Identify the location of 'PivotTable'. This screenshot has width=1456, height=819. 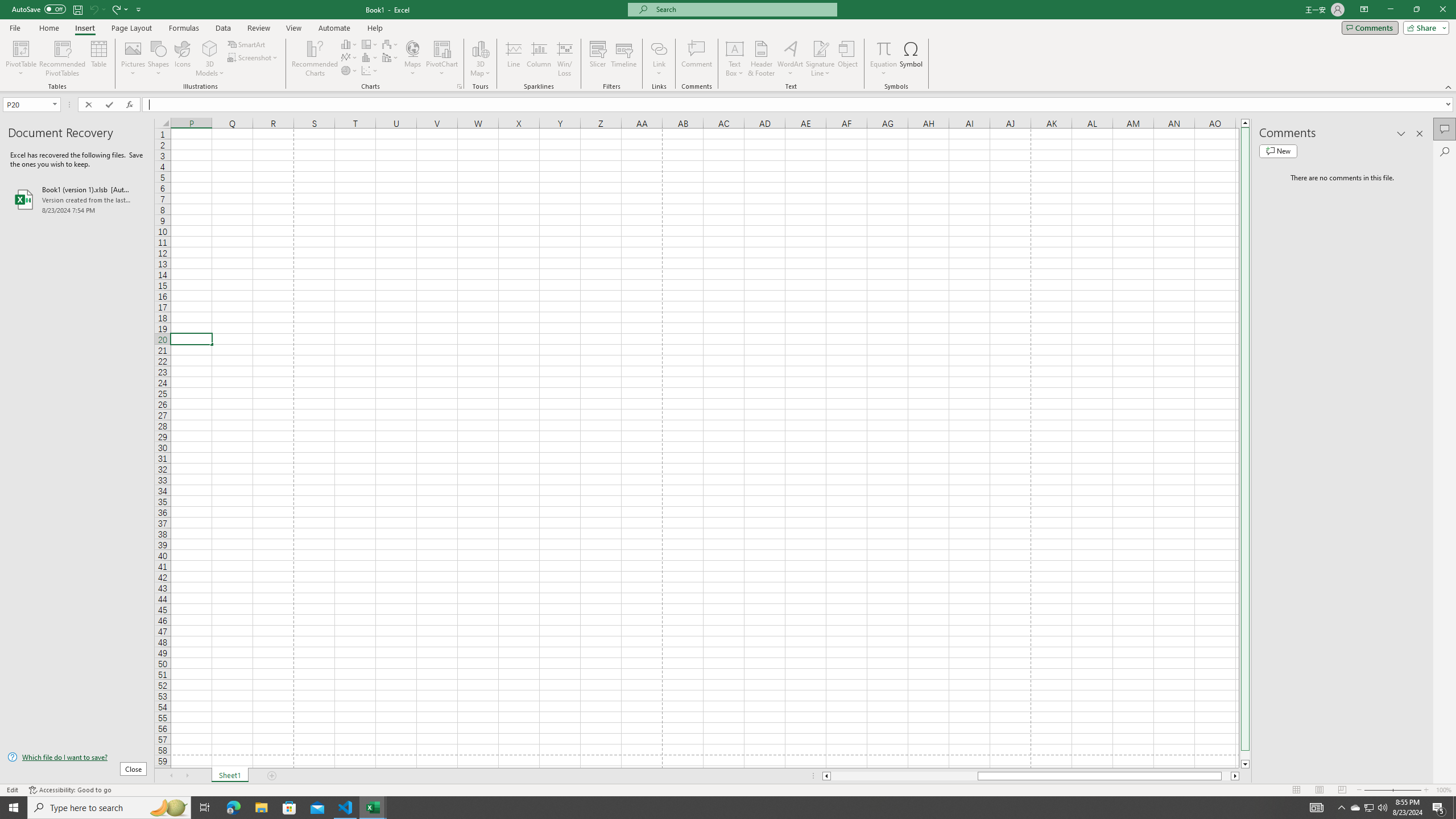
(20, 59).